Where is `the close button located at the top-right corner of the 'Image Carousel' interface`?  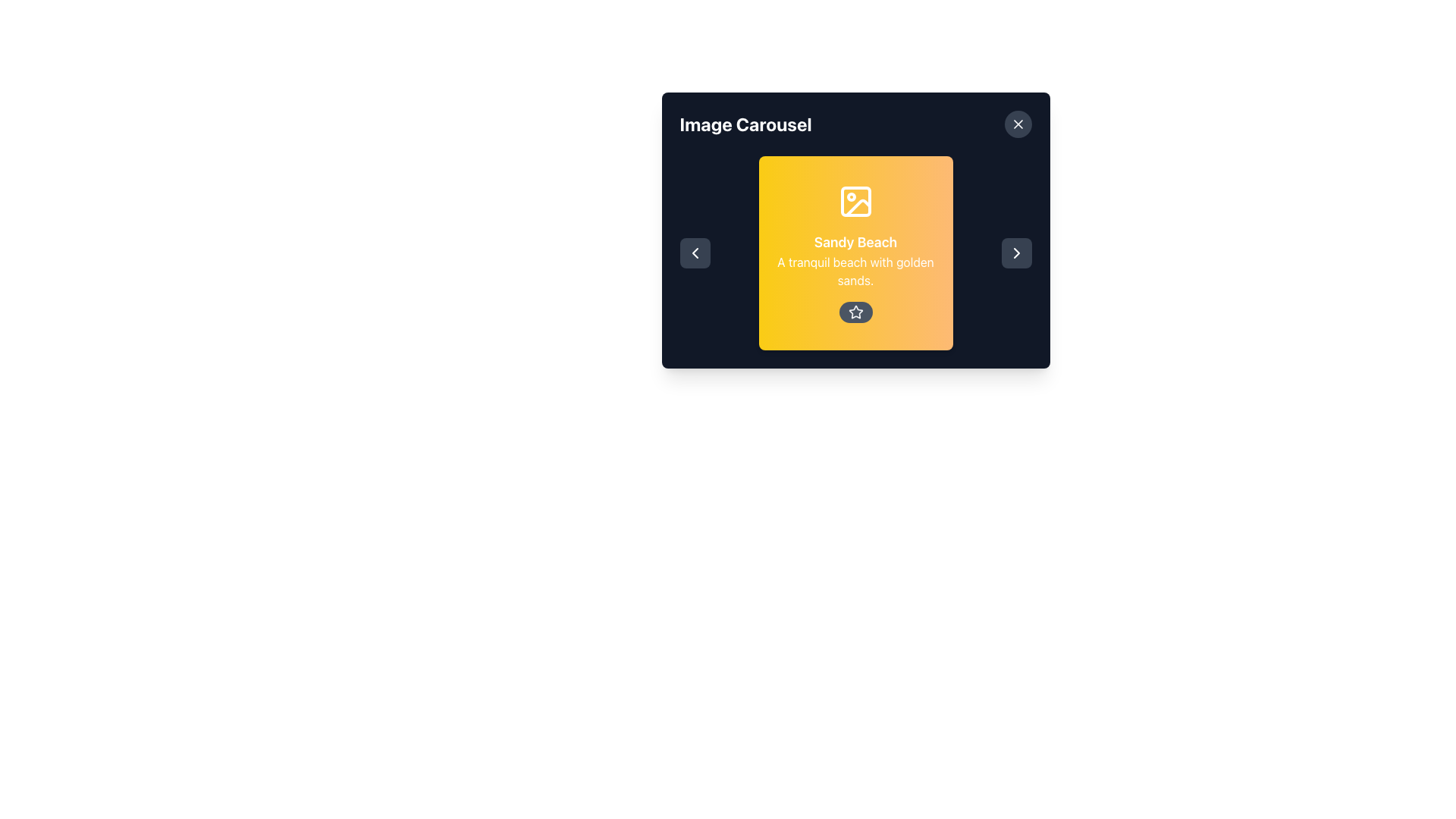
the close button located at the top-right corner of the 'Image Carousel' interface is located at coordinates (1018, 124).